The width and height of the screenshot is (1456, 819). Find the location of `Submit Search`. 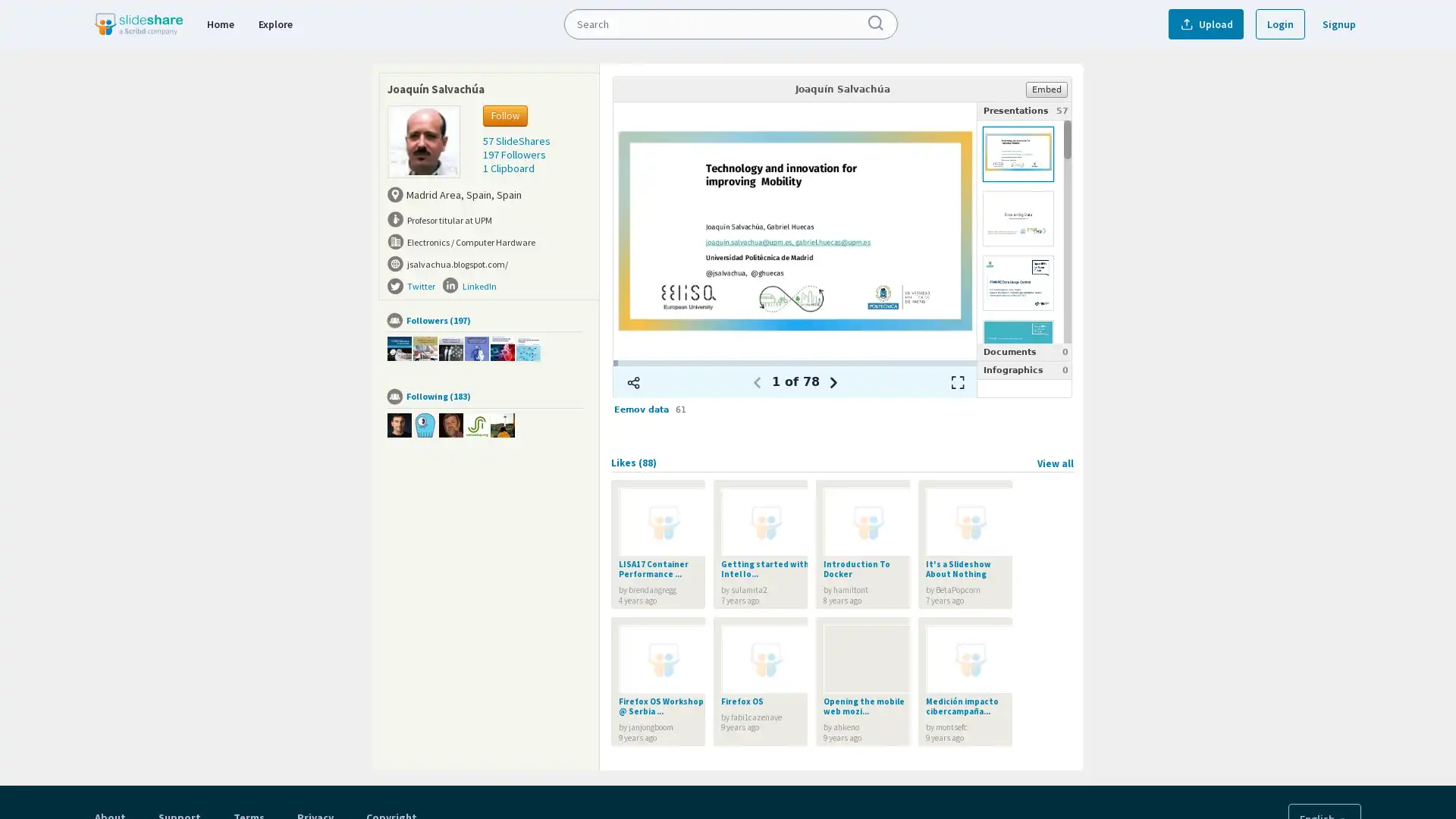

Submit Search is located at coordinates (874, 23).